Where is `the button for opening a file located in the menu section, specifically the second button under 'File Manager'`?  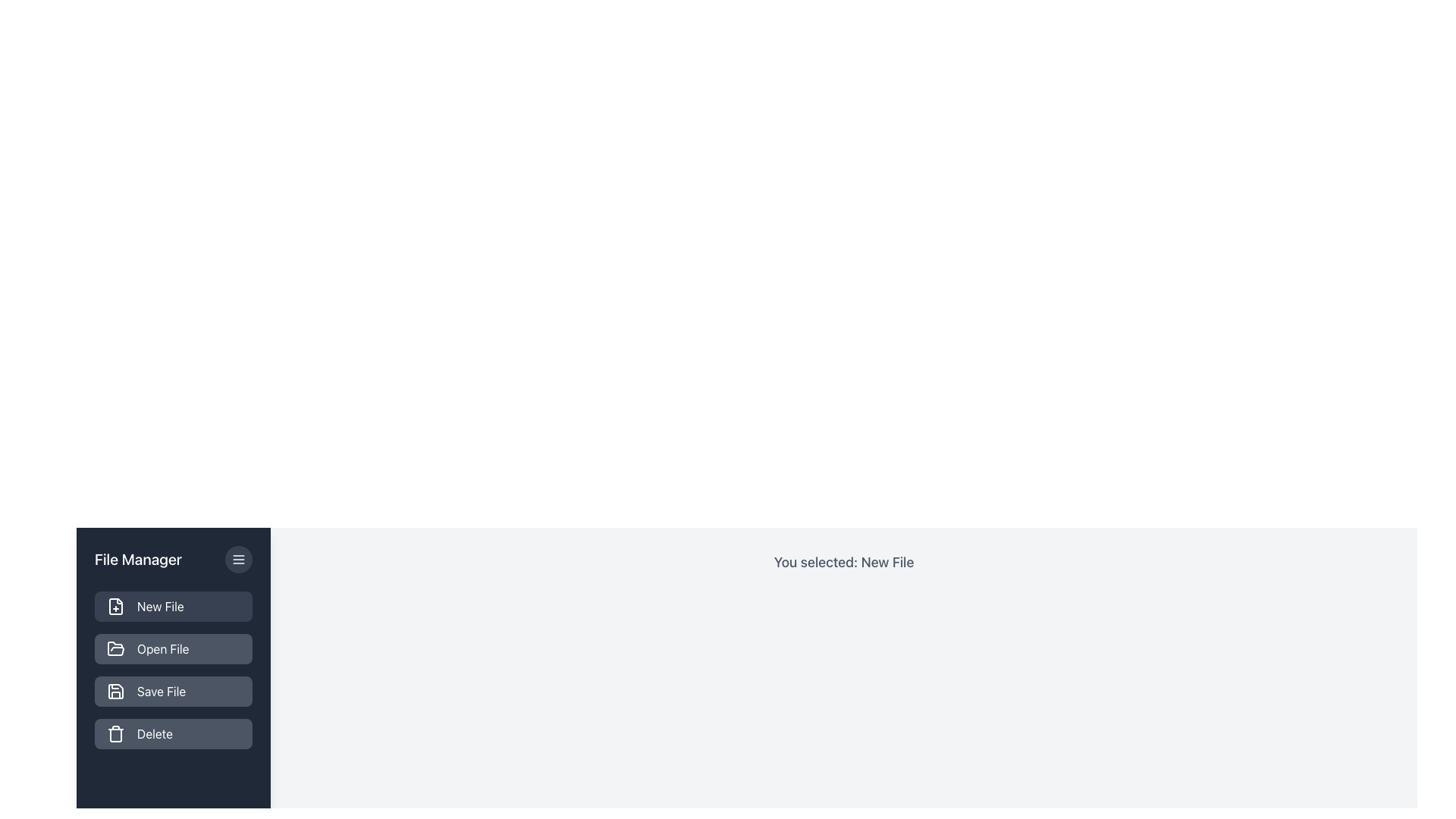 the button for opening a file located in the menu section, specifically the second button under 'File Manager' is located at coordinates (174, 648).